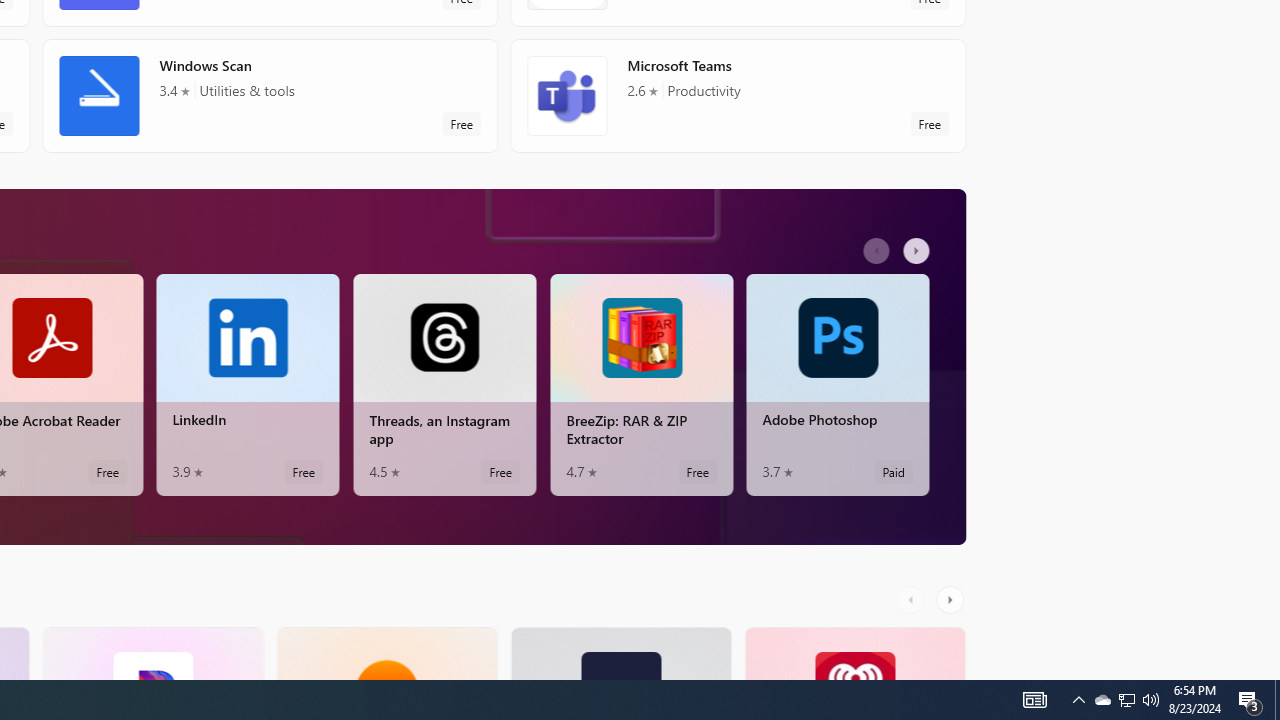  I want to click on 'Vertical Small Increase', so click(1271, 672).